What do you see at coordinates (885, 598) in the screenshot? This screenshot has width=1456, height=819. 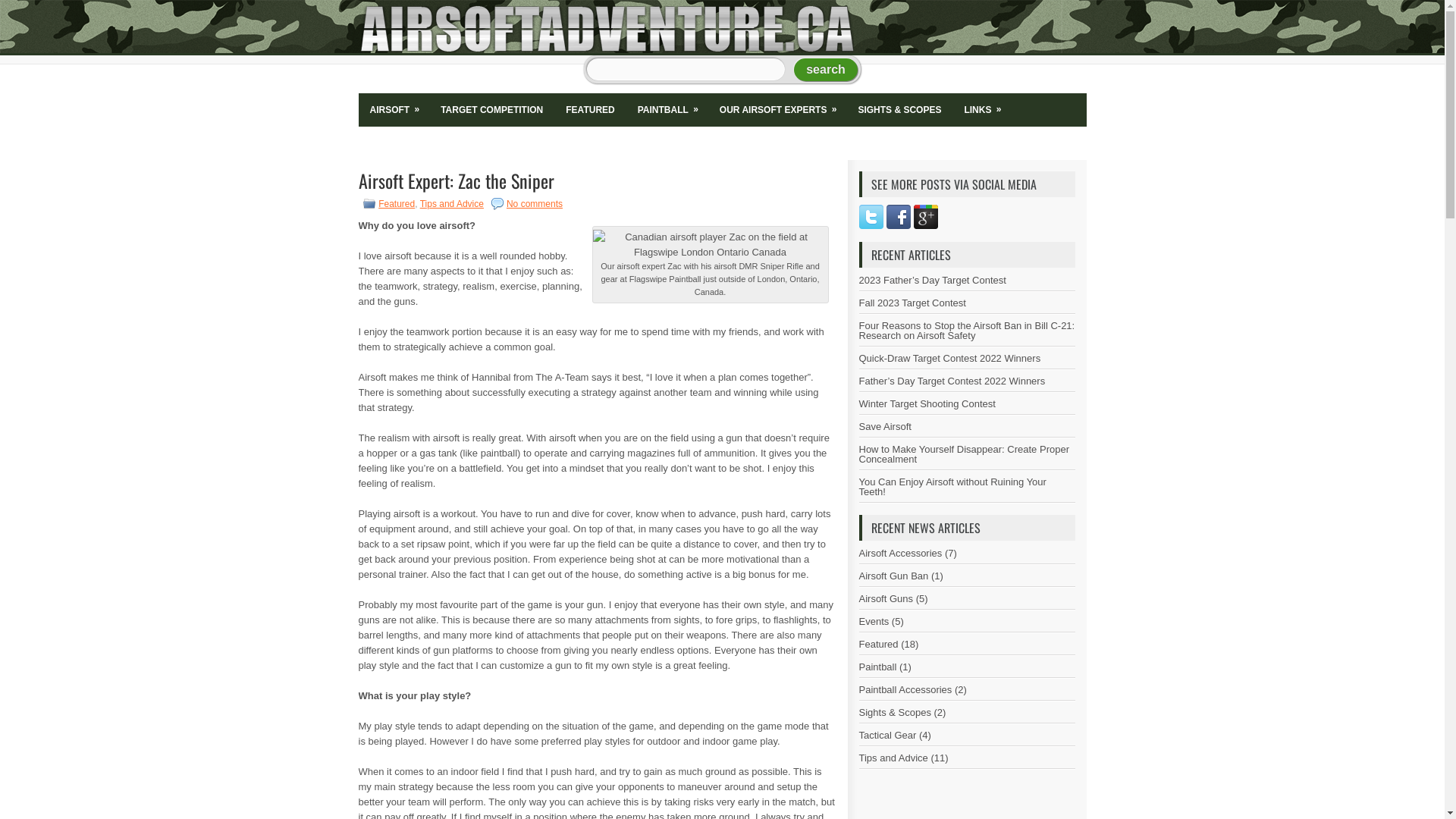 I see `'Airsoft Guns'` at bounding box center [885, 598].